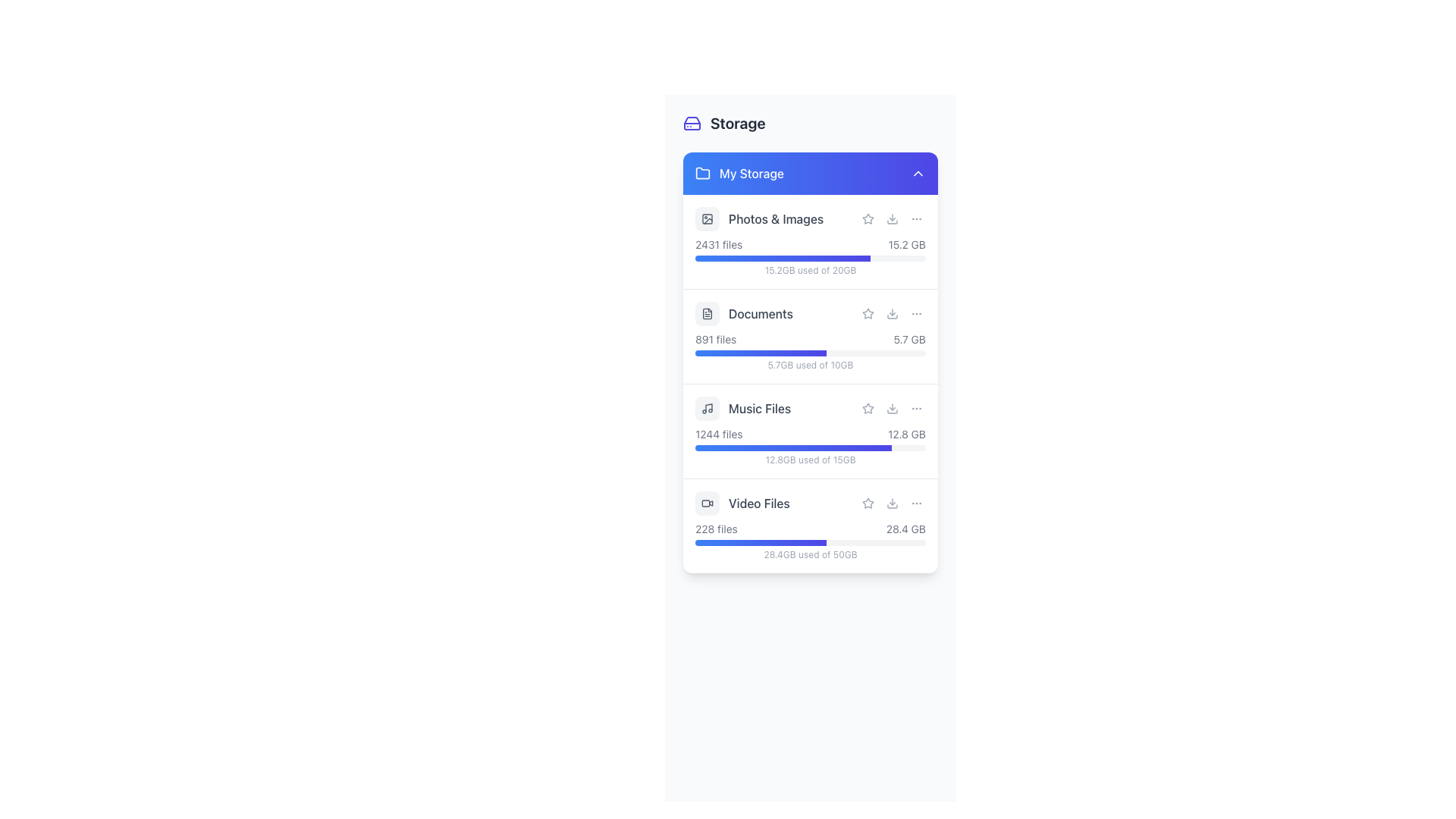  What do you see at coordinates (892, 219) in the screenshot?
I see `the SVG icon button depicting a downward arrow, located on the right side of the 'Photos & Images' row in the storage list interface to observe any style changes` at bounding box center [892, 219].